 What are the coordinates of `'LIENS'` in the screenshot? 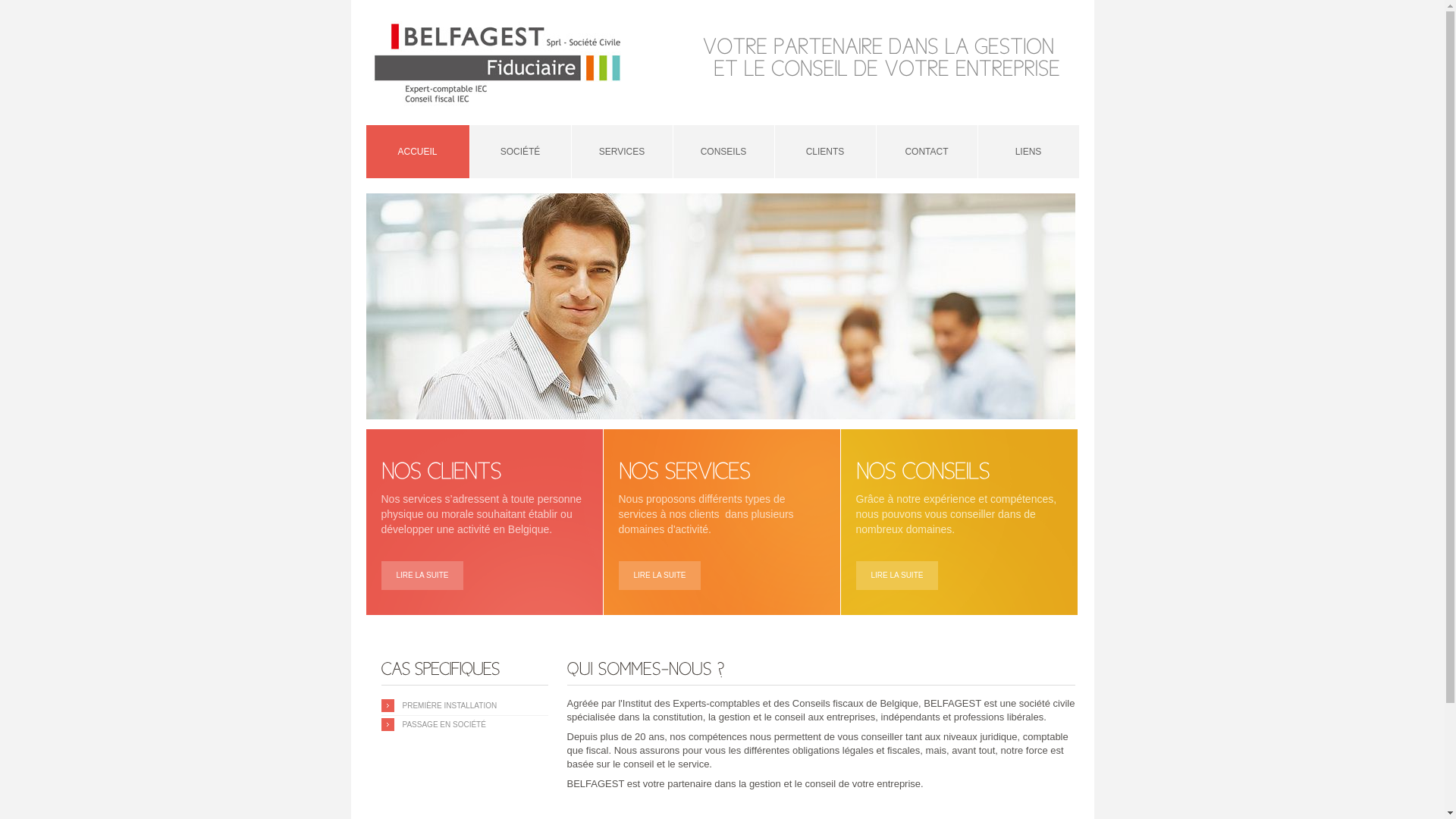 It's located at (1028, 152).